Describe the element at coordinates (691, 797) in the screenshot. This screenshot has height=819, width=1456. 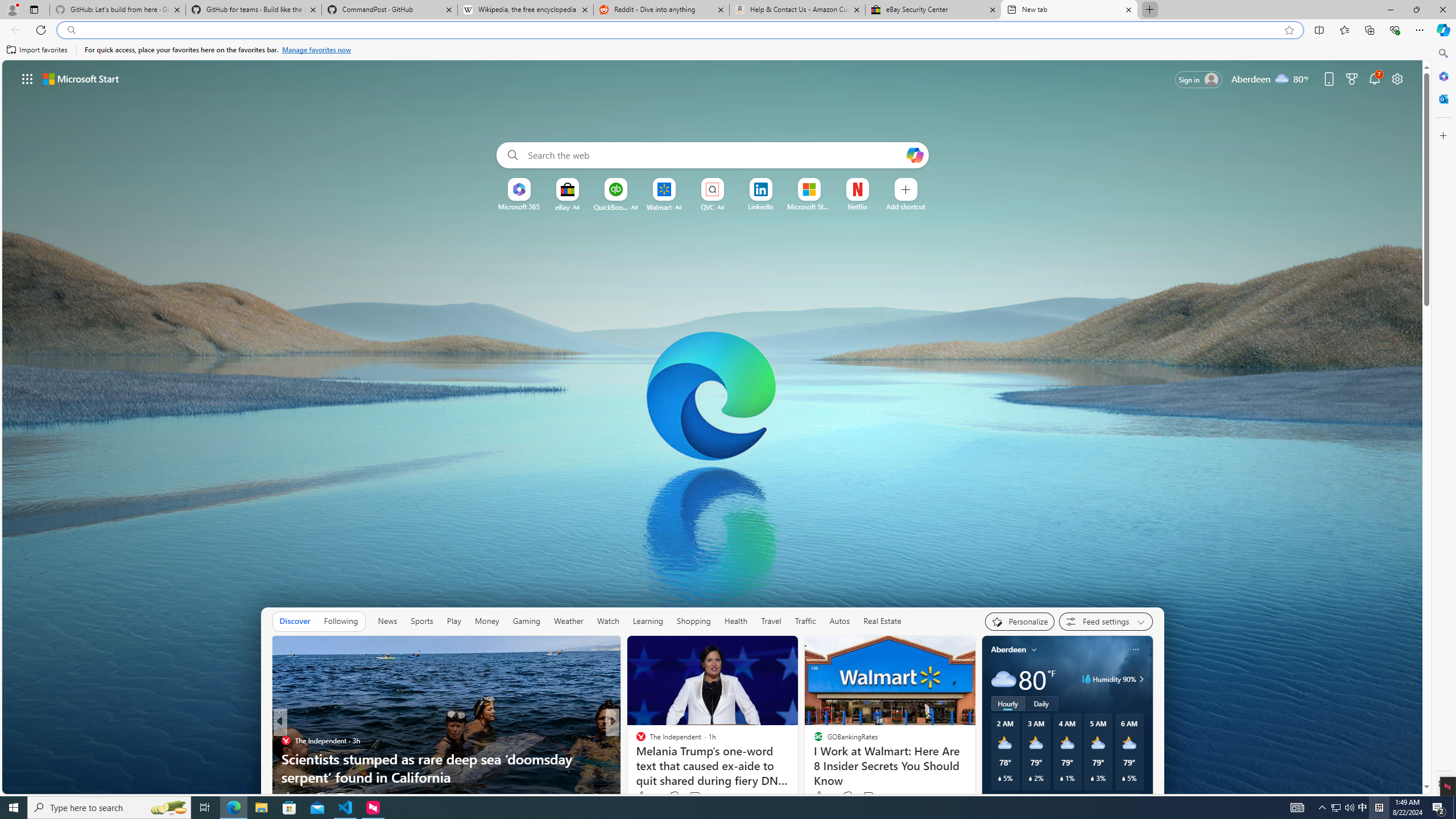
I see `'View comments 54 Comment'` at that location.